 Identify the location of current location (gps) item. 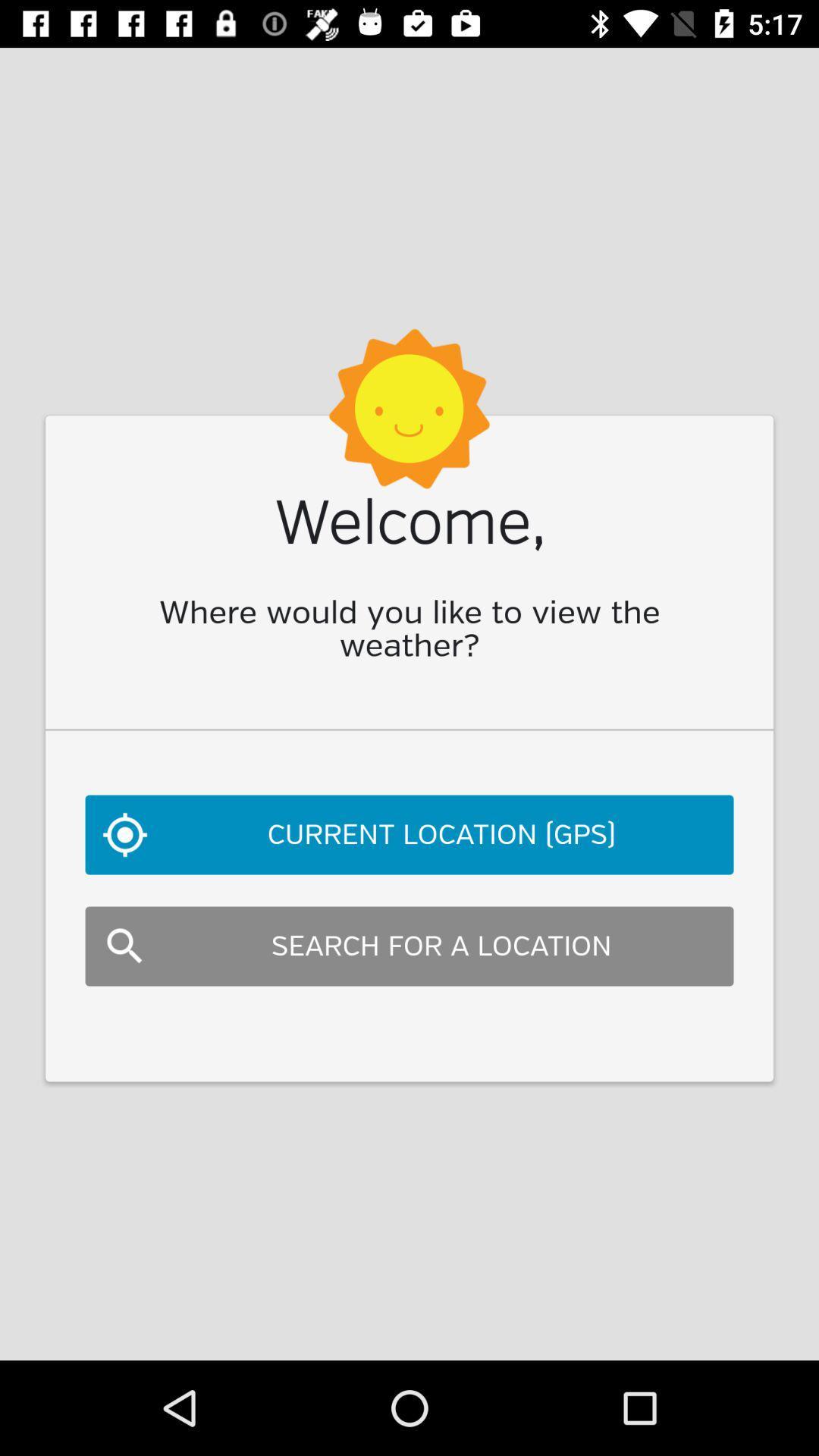
(409, 833).